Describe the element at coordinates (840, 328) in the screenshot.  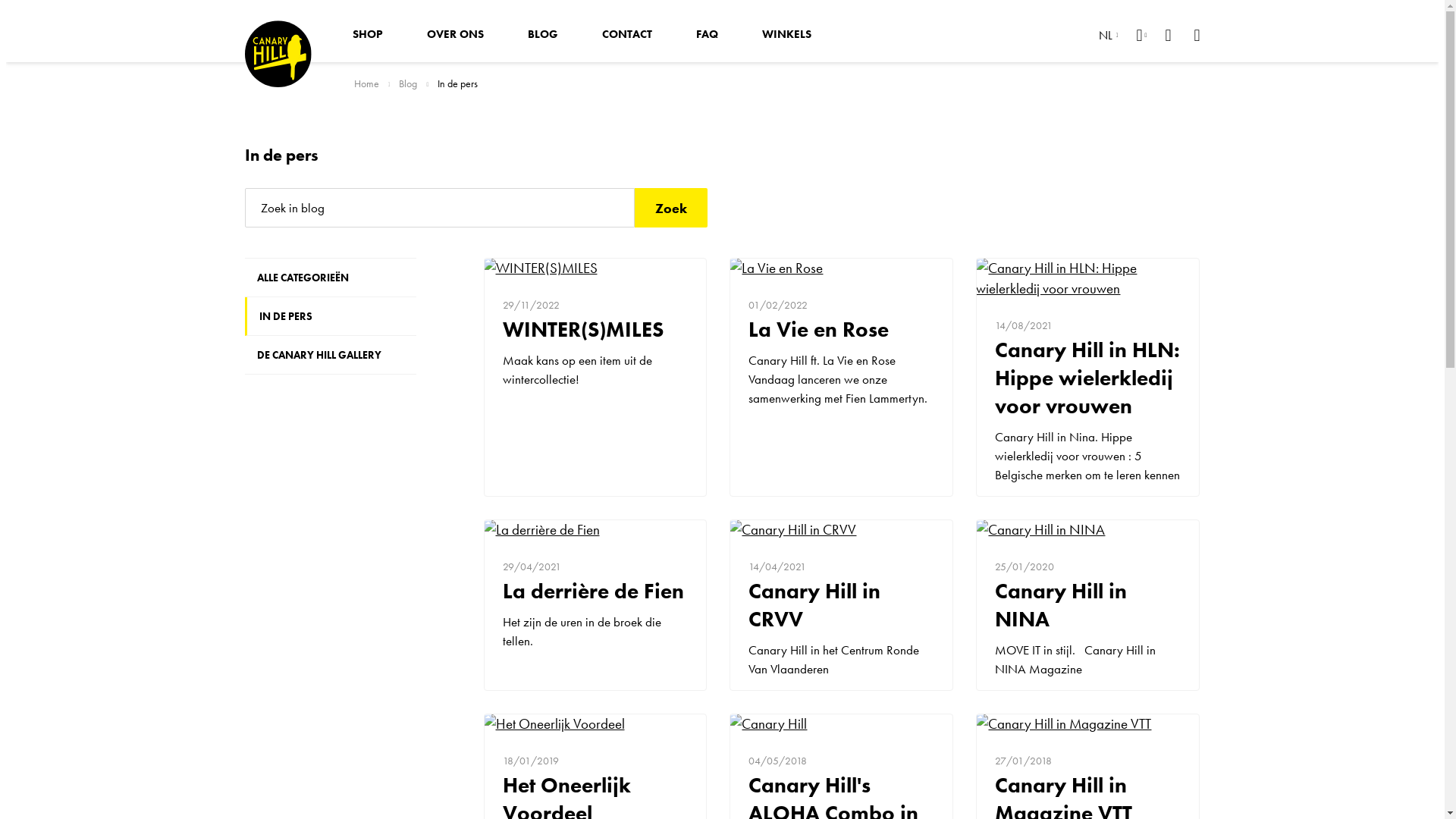
I see `'La Vie en Rose'` at that location.